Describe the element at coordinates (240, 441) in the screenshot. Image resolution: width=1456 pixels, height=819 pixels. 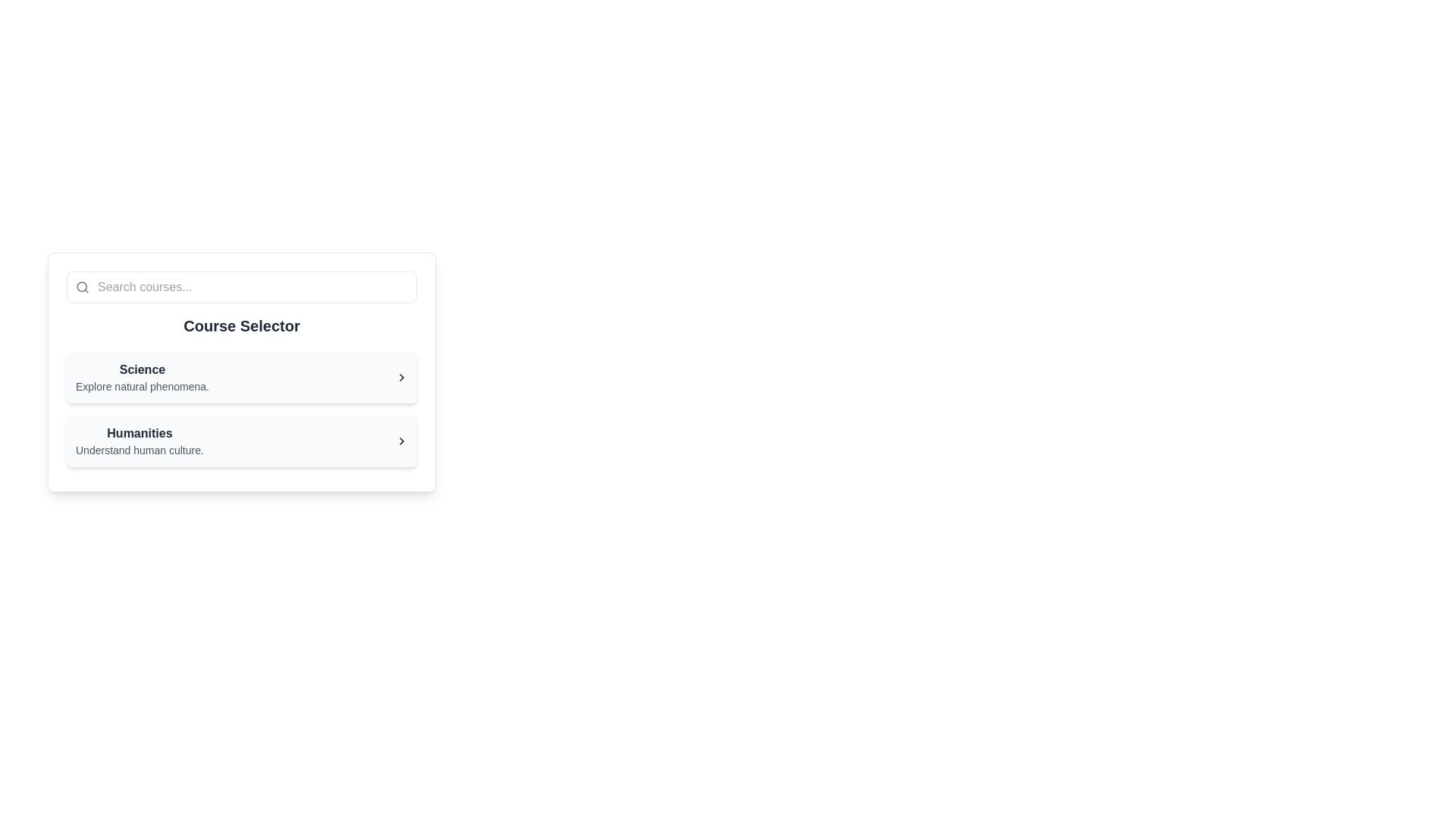
I see `the second selectable list item in the 'Course Selector' labeled 'Humanities'` at that location.